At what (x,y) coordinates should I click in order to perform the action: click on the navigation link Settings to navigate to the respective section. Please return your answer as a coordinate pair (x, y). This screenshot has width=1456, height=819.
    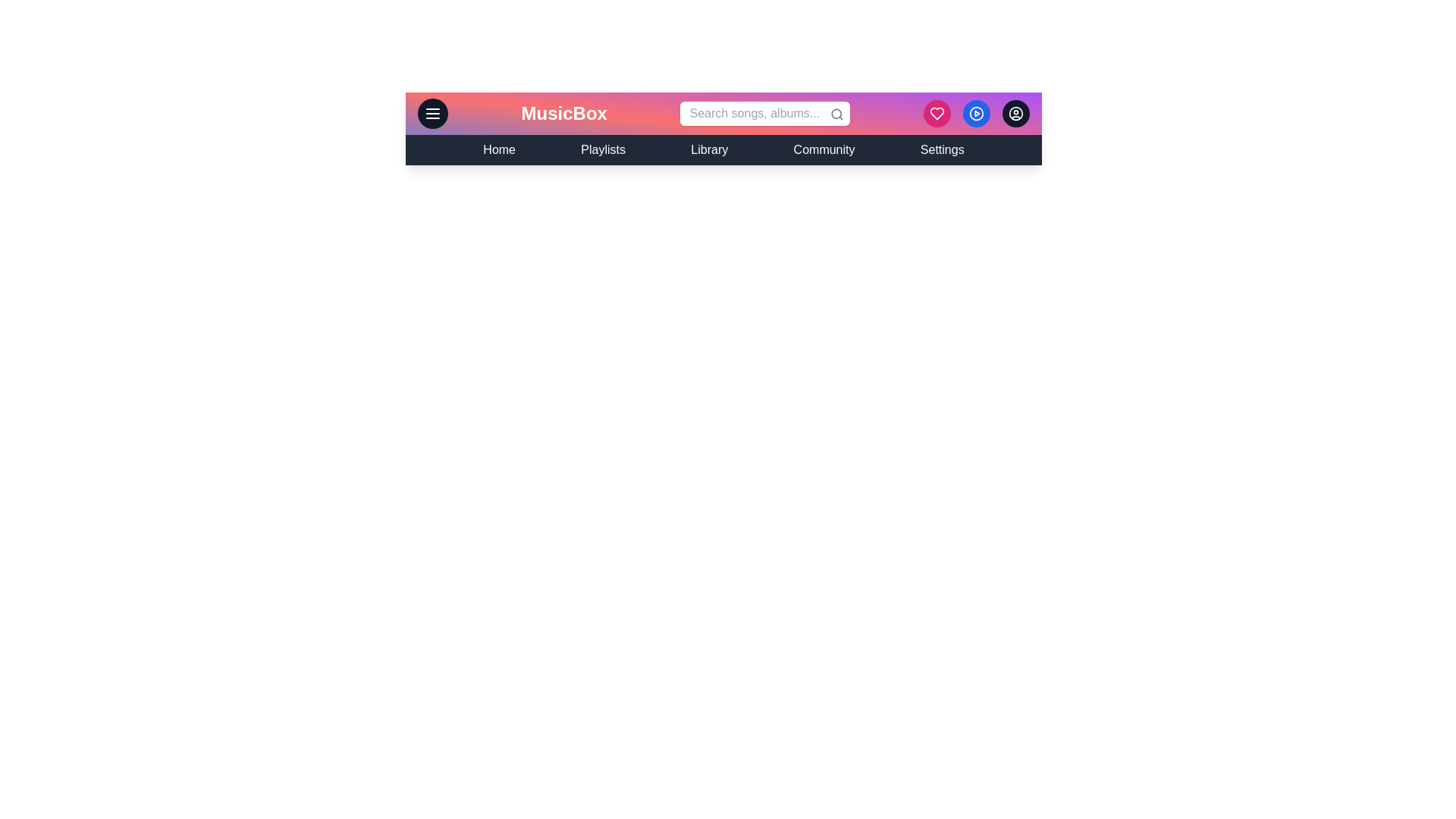
    Looking at the image, I should click on (941, 149).